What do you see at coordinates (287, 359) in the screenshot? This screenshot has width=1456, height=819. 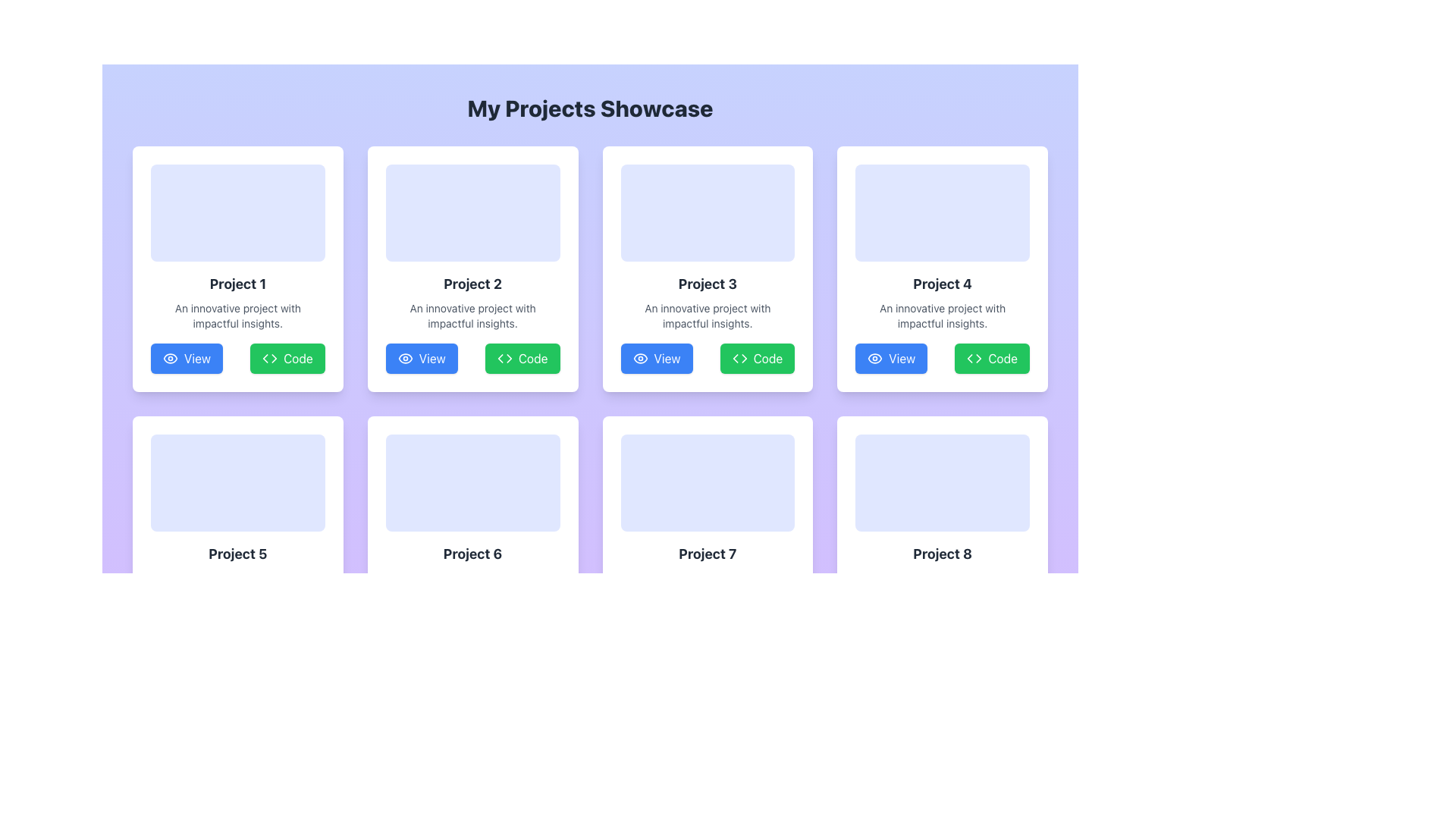 I see `the 'Code' button, which is a green rectangular button with bold white text and a coding brackets icon, located centrally in the bottom section of the Project 1 card` at bounding box center [287, 359].